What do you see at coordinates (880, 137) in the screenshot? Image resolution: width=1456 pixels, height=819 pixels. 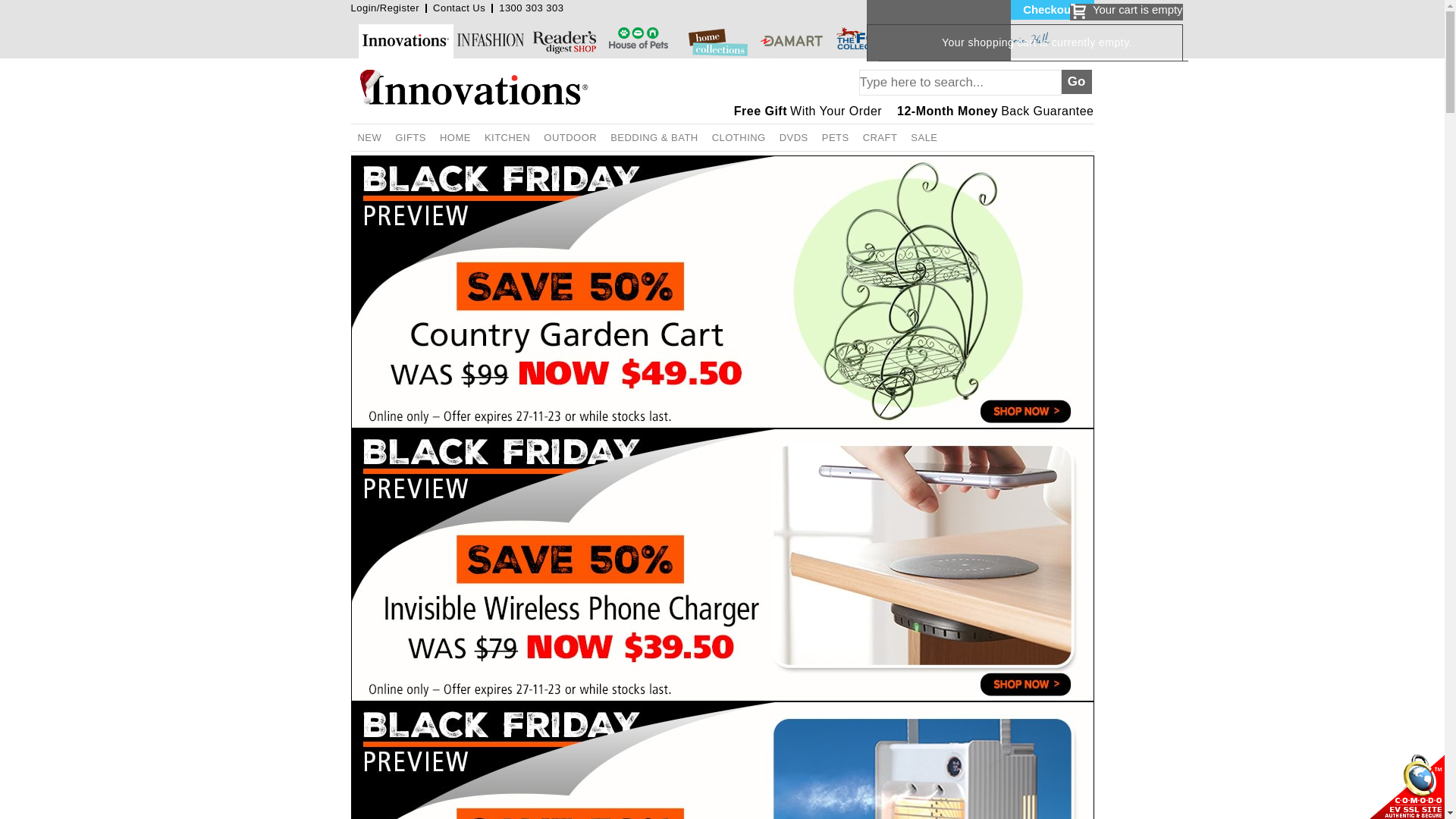 I see `'CRAFT'` at bounding box center [880, 137].